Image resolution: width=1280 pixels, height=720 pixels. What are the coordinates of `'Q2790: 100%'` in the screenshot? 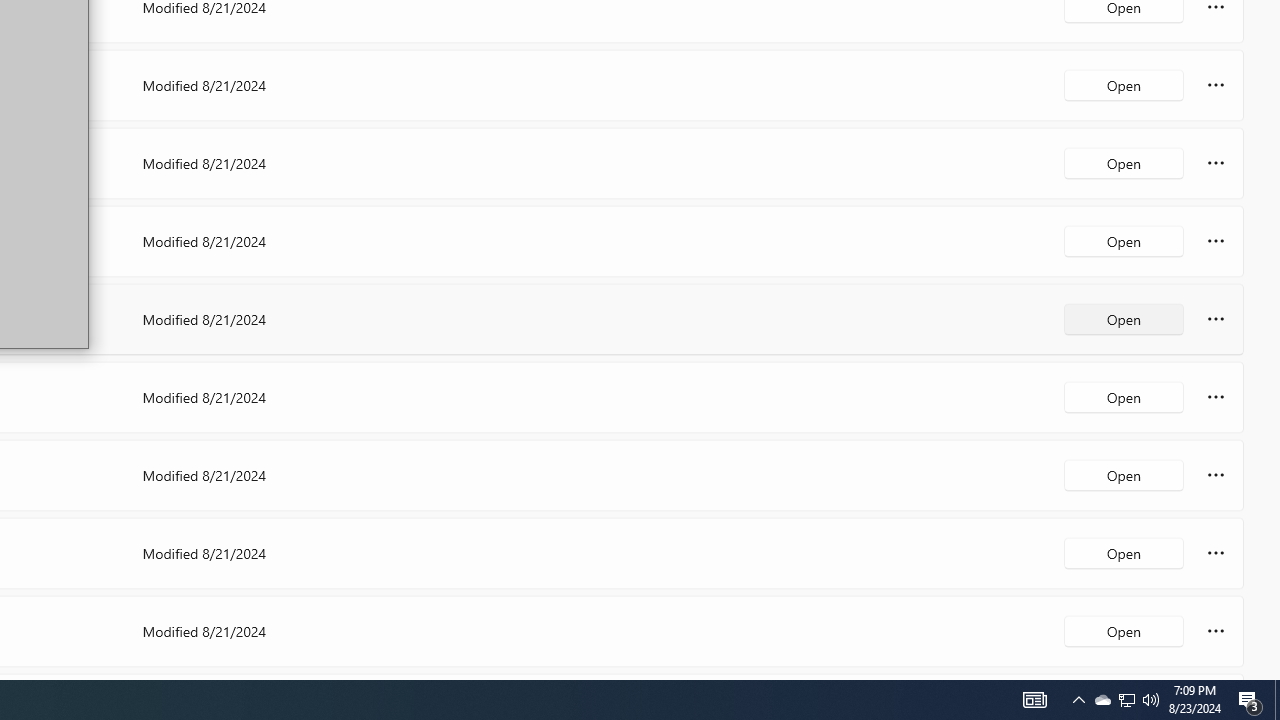 It's located at (1101, 698).